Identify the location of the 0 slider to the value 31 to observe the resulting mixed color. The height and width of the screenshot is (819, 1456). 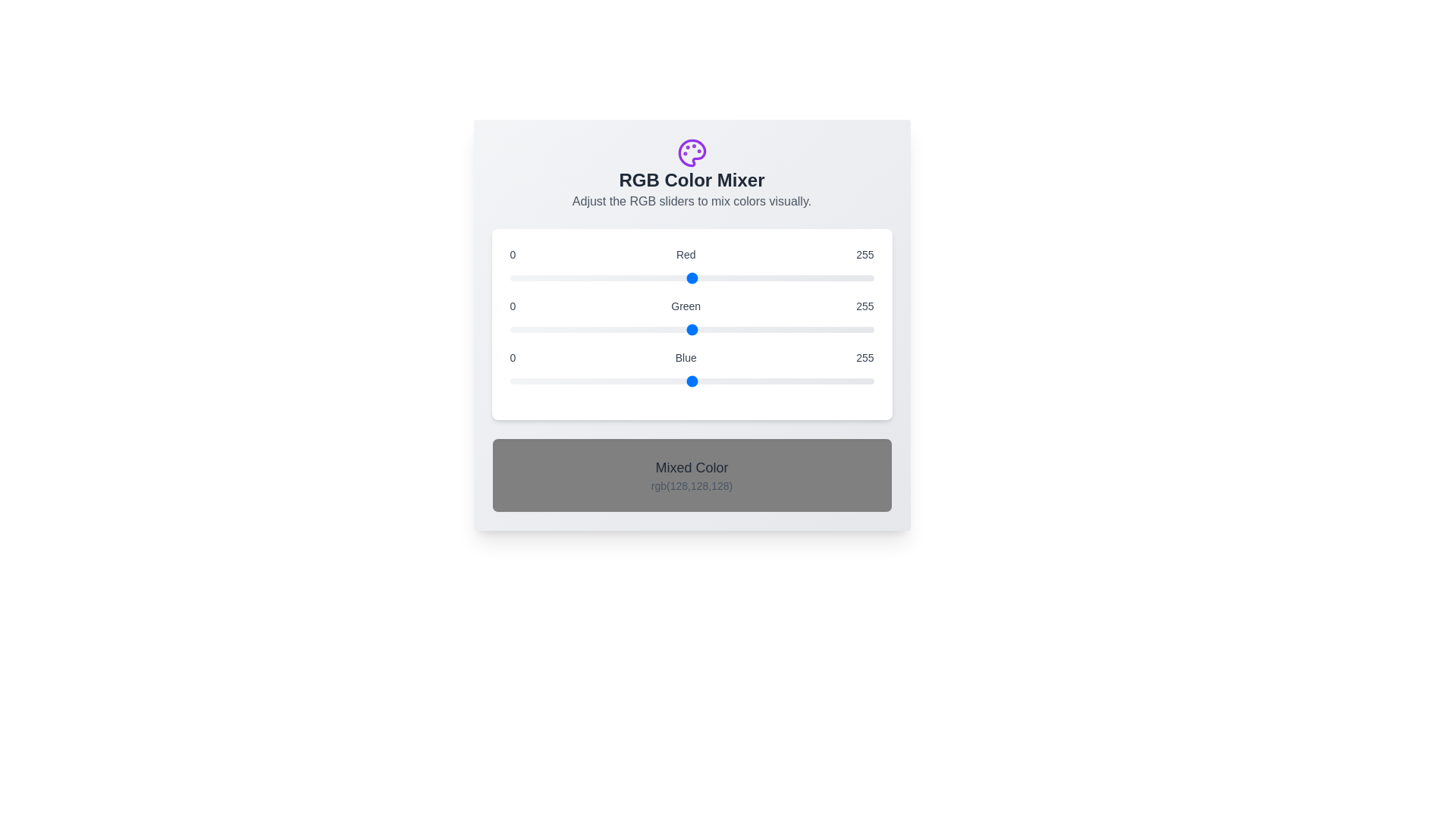
(691, 278).